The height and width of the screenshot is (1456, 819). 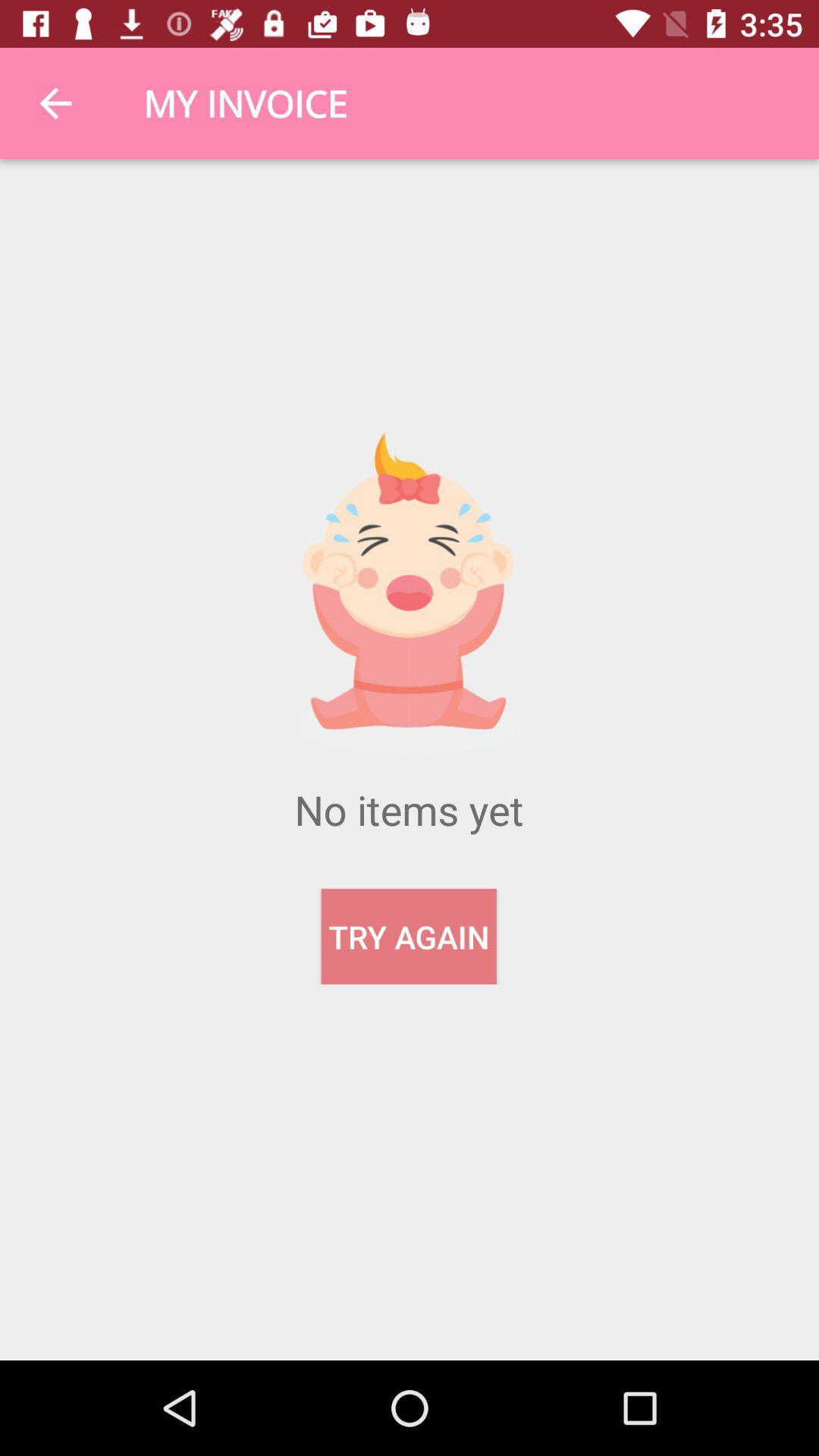 I want to click on the try again item, so click(x=408, y=936).